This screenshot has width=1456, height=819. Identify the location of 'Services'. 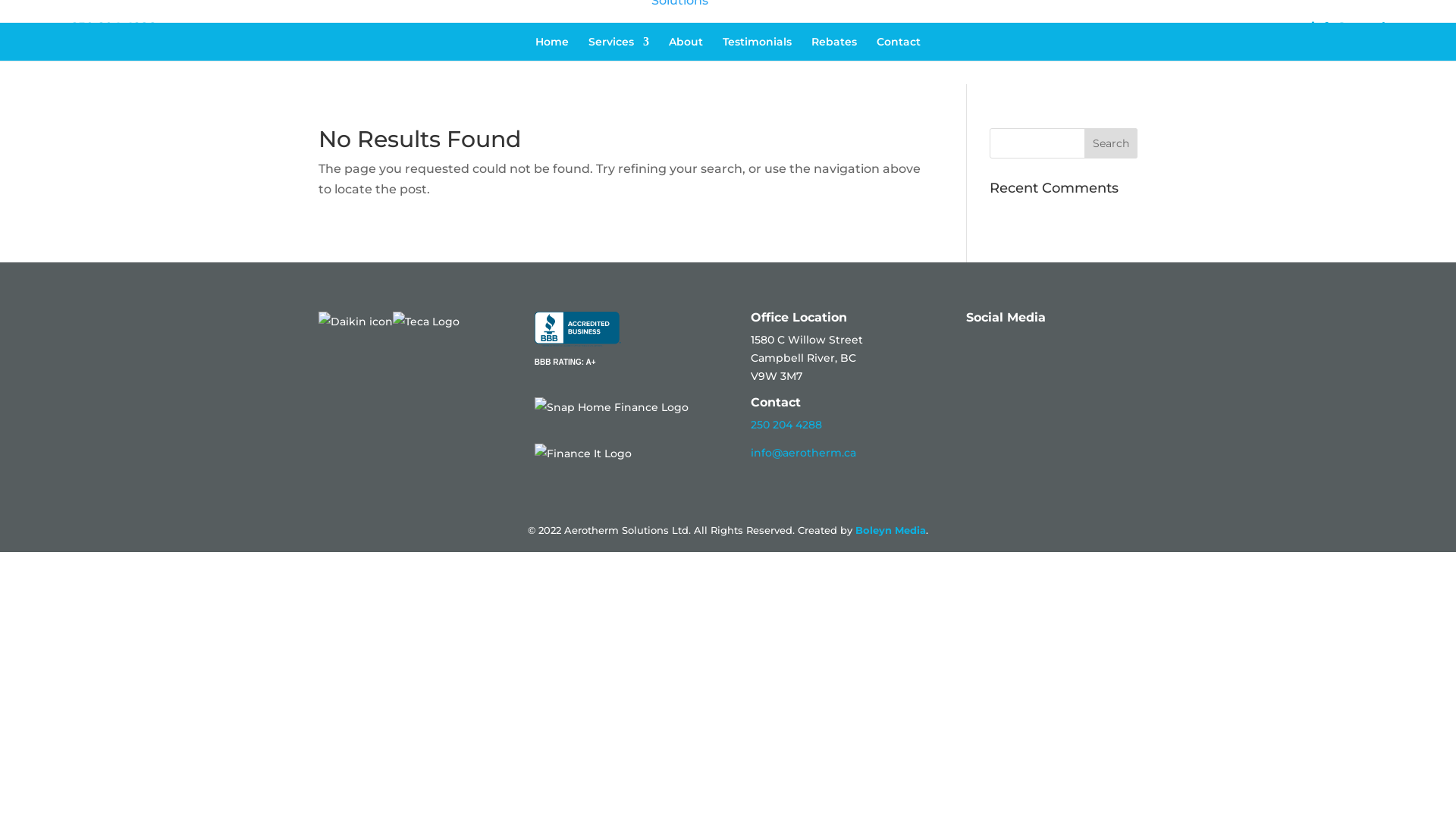
(619, 55).